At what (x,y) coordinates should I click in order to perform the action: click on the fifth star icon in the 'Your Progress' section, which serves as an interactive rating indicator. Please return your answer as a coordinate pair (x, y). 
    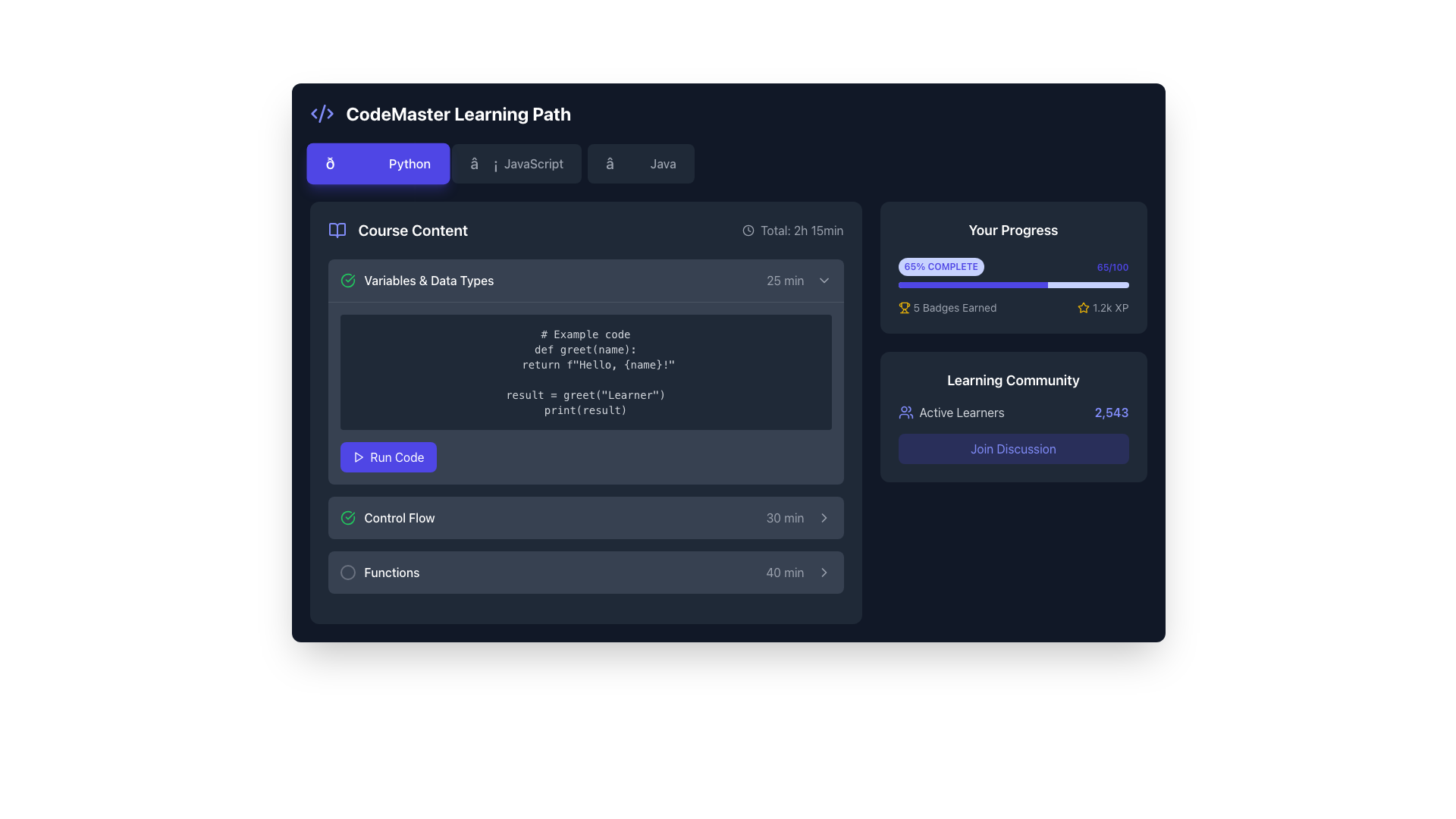
    Looking at the image, I should click on (1083, 307).